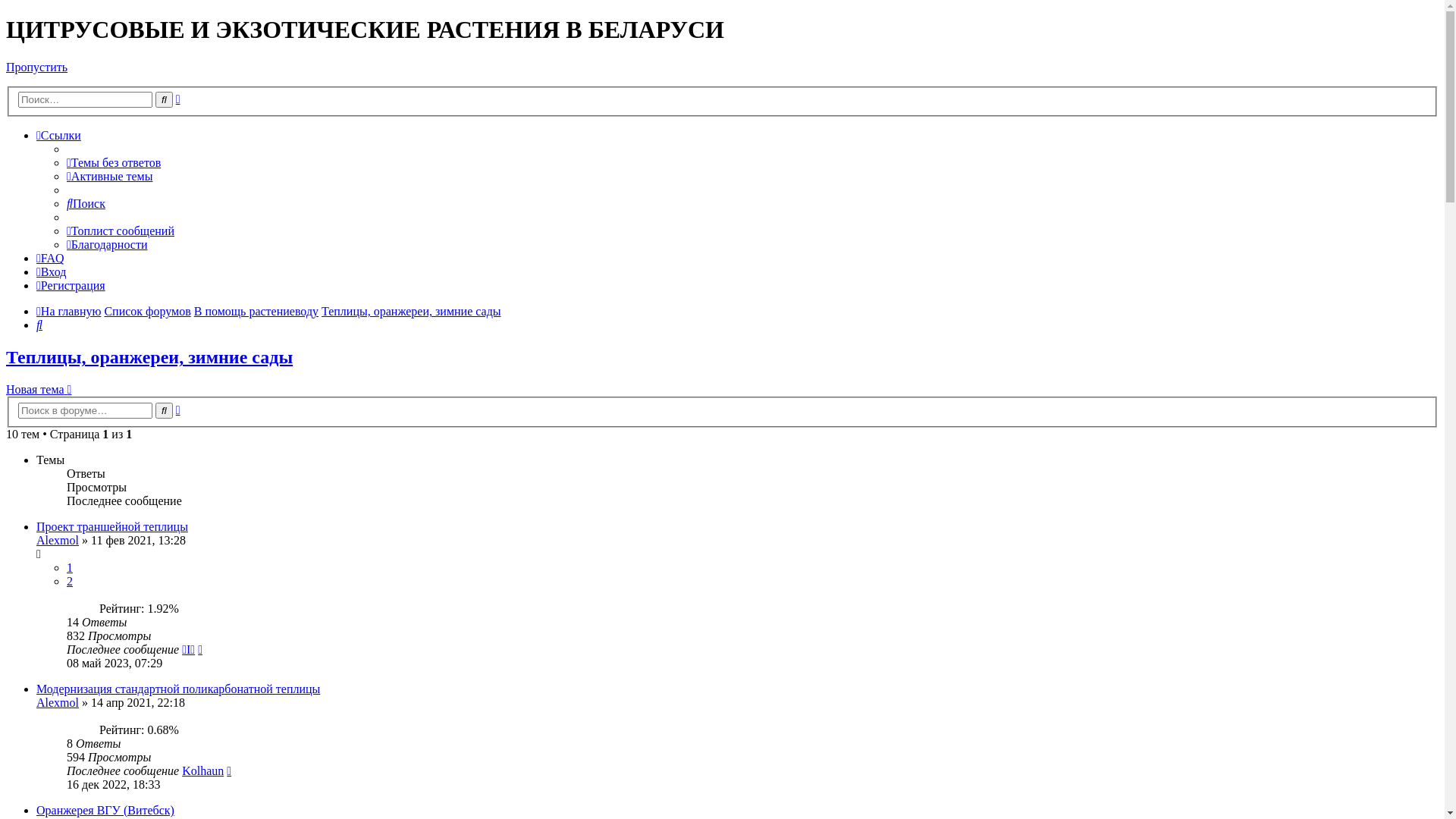 This screenshot has width=1456, height=819. I want to click on '1', so click(68, 567).